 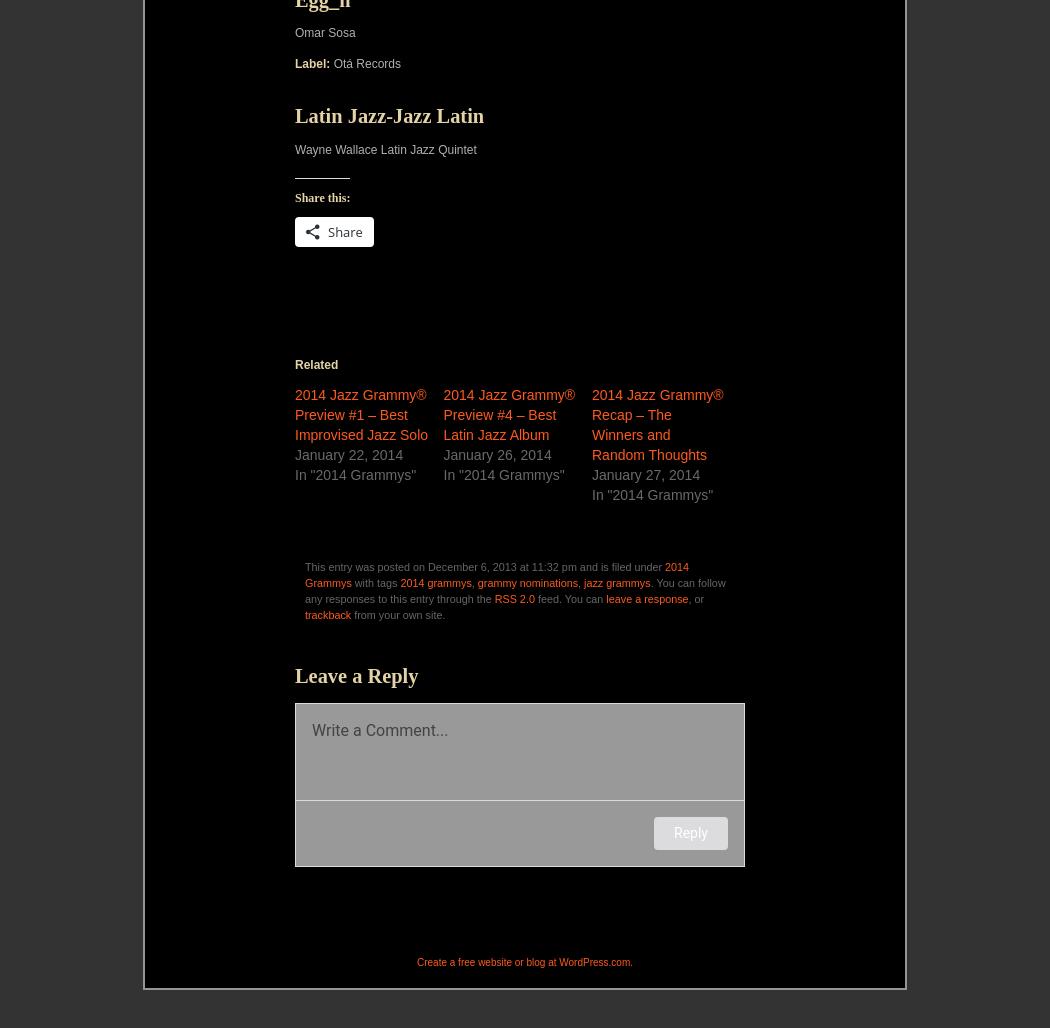 What do you see at coordinates (691, 832) in the screenshot?
I see `'Reply'` at bounding box center [691, 832].